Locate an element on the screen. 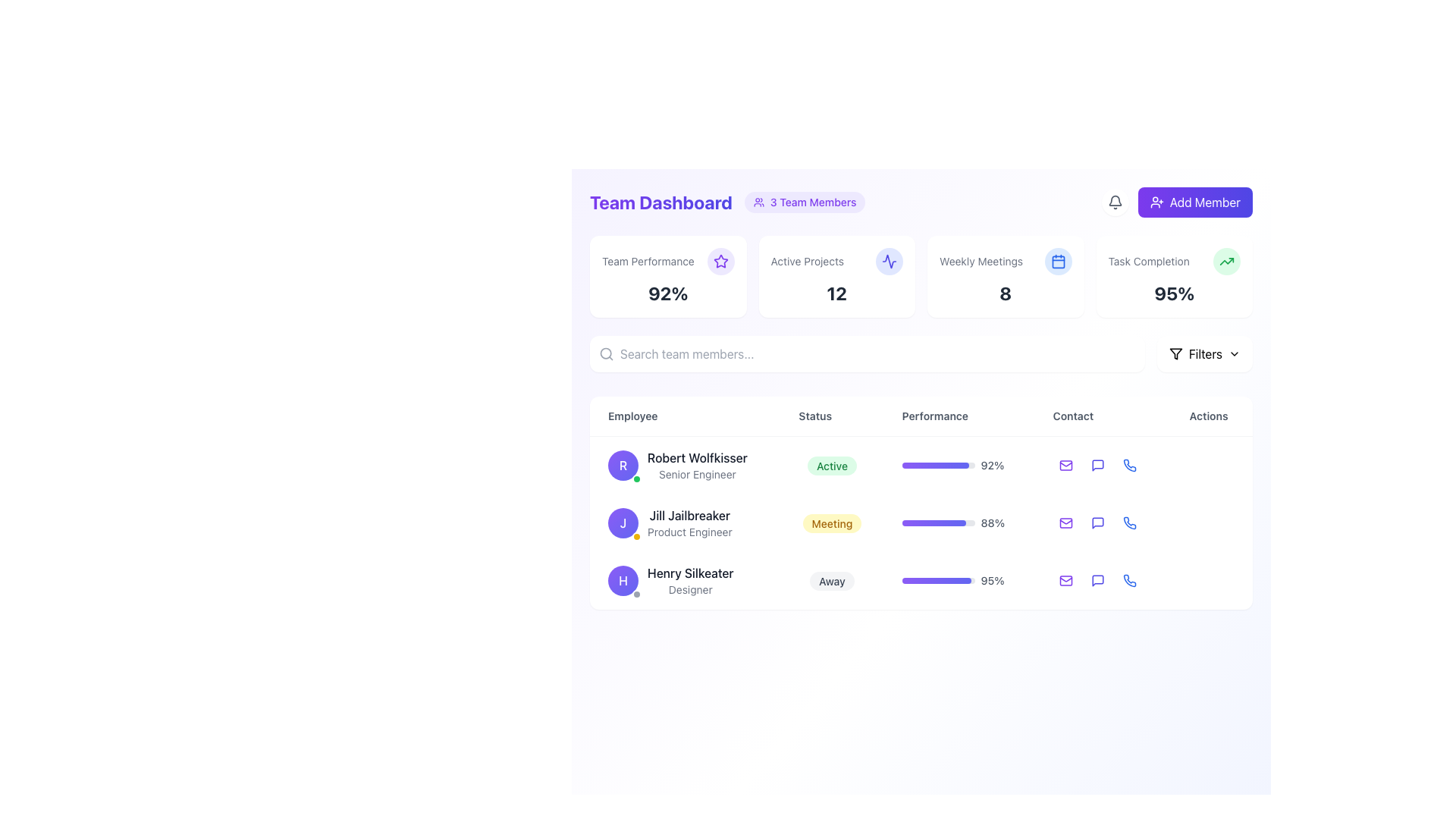 The height and width of the screenshot is (819, 1456). the progress bar displaying '92%' is located at coordinates (959, 464).